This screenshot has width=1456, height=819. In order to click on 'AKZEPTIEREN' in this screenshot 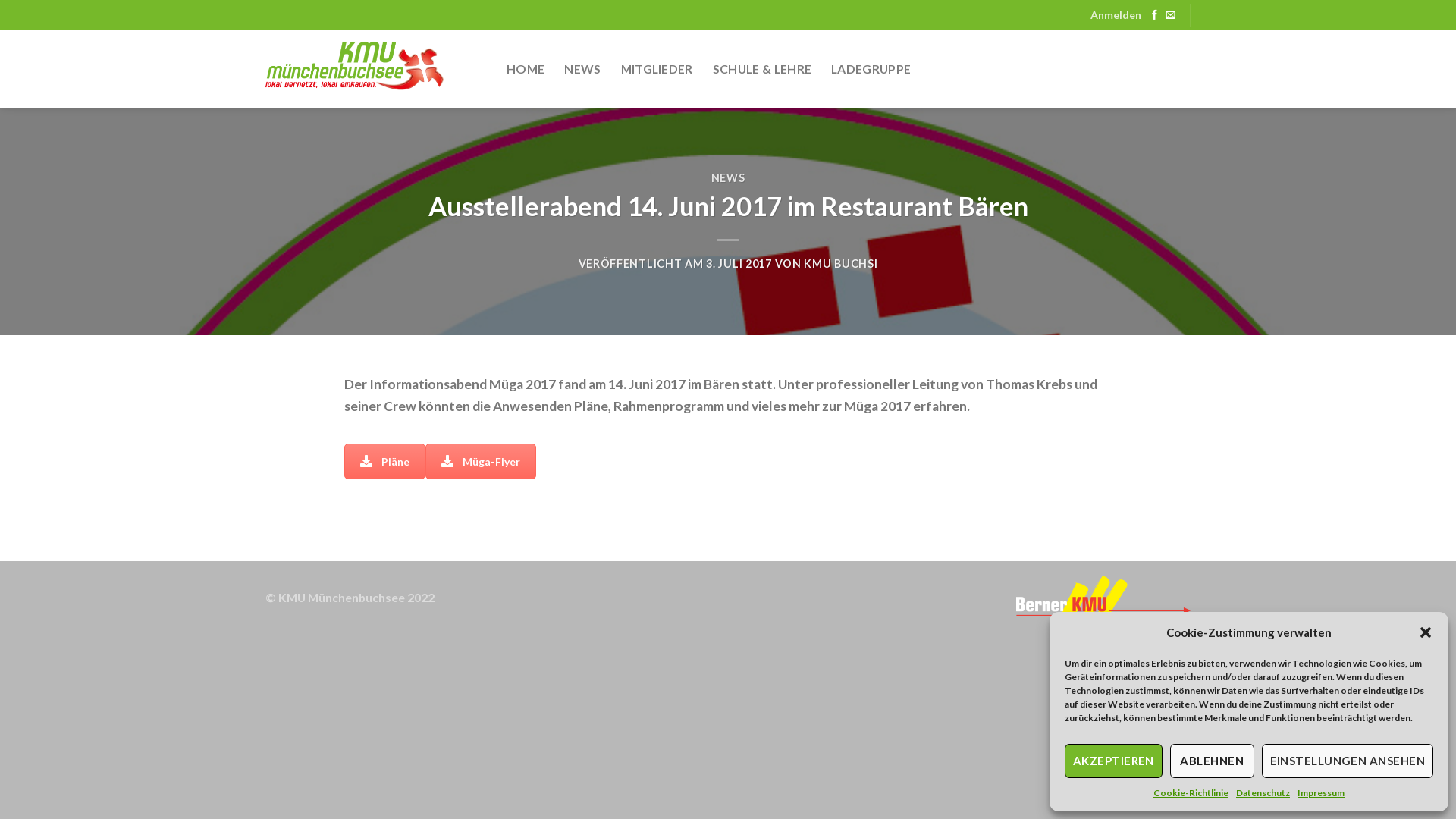, I will do `click(1113, 761)`.